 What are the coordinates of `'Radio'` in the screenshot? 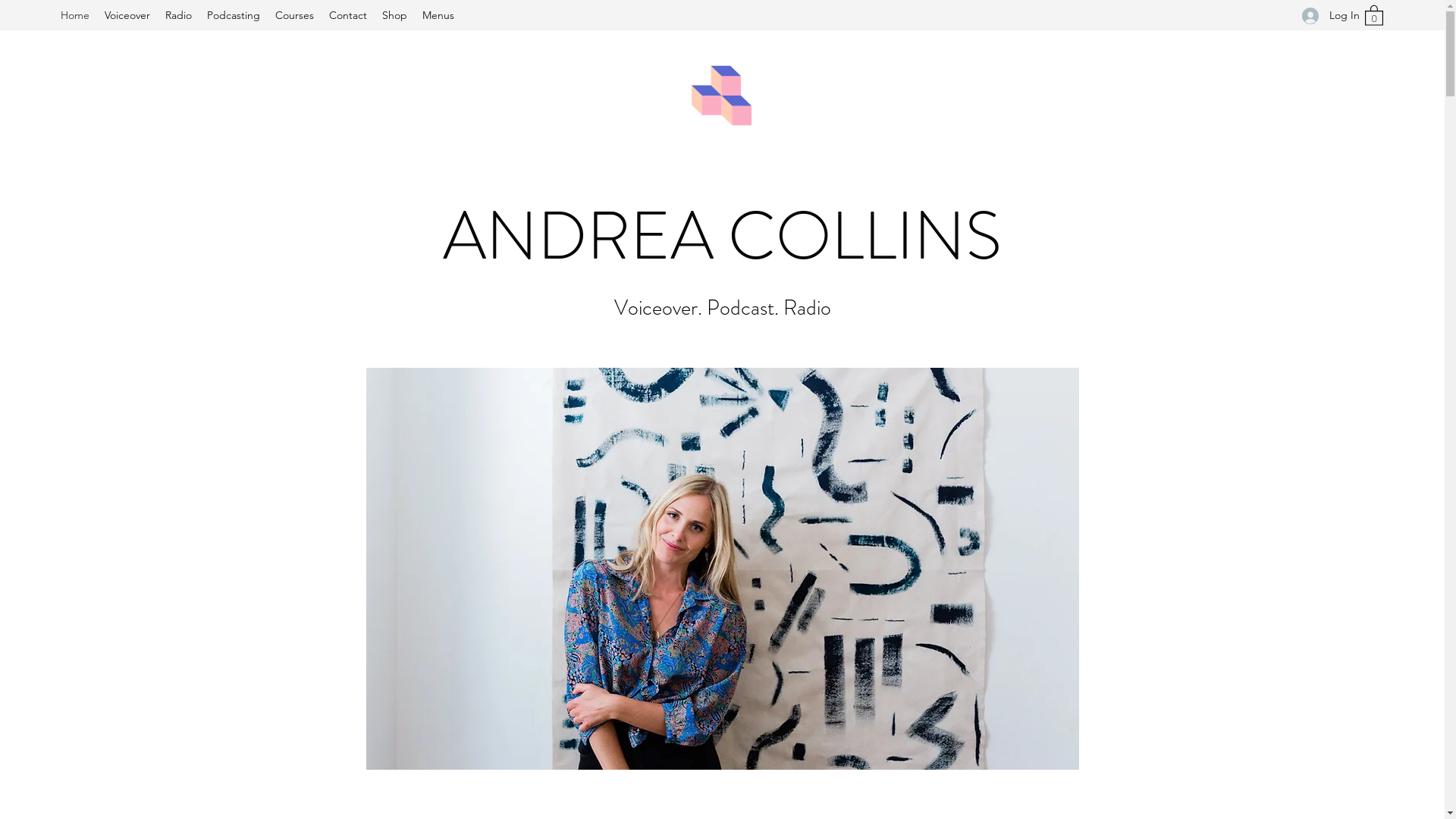 It's located at (178, 14).